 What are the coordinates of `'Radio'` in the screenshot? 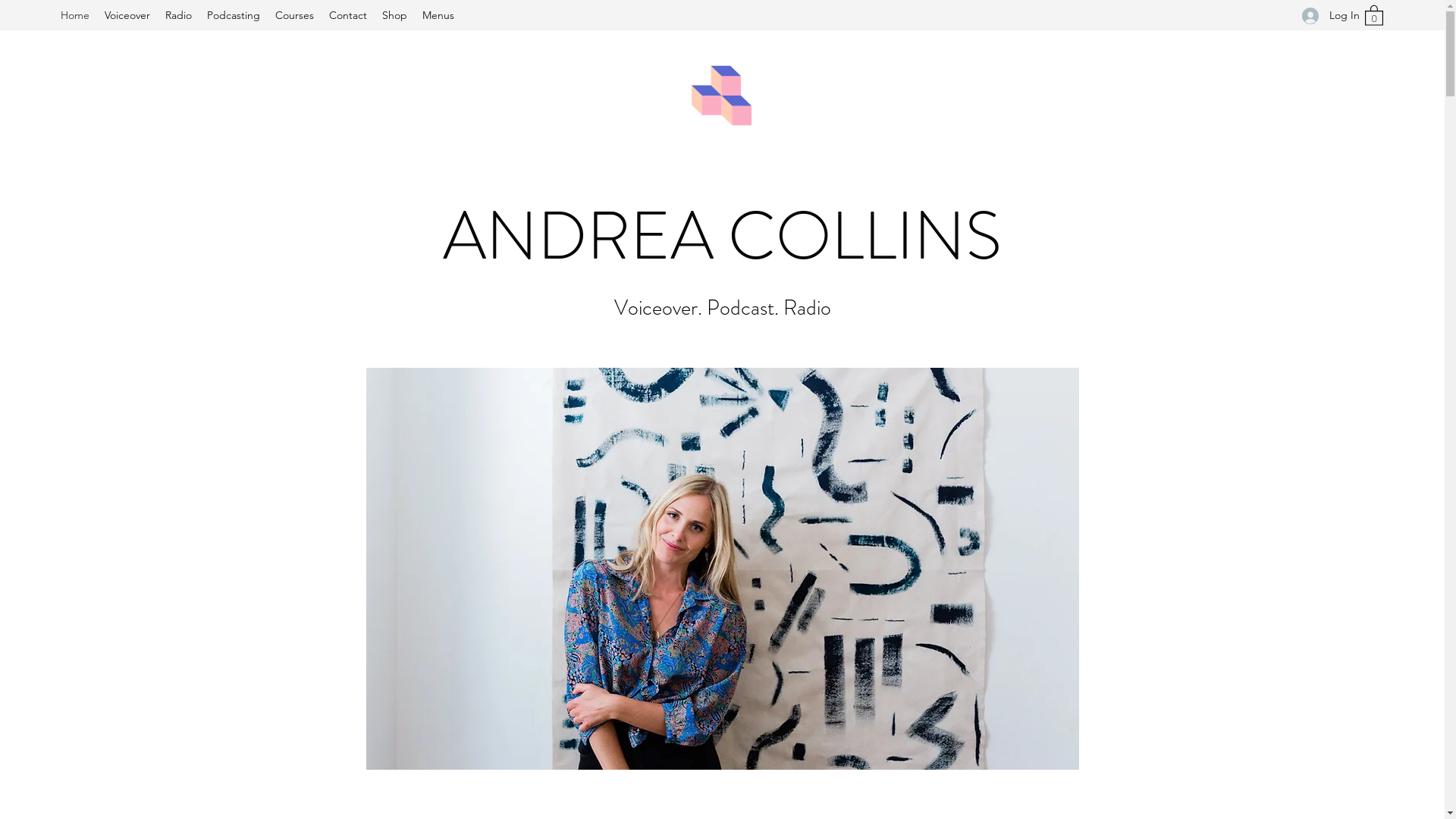 It's located at (178, 14).